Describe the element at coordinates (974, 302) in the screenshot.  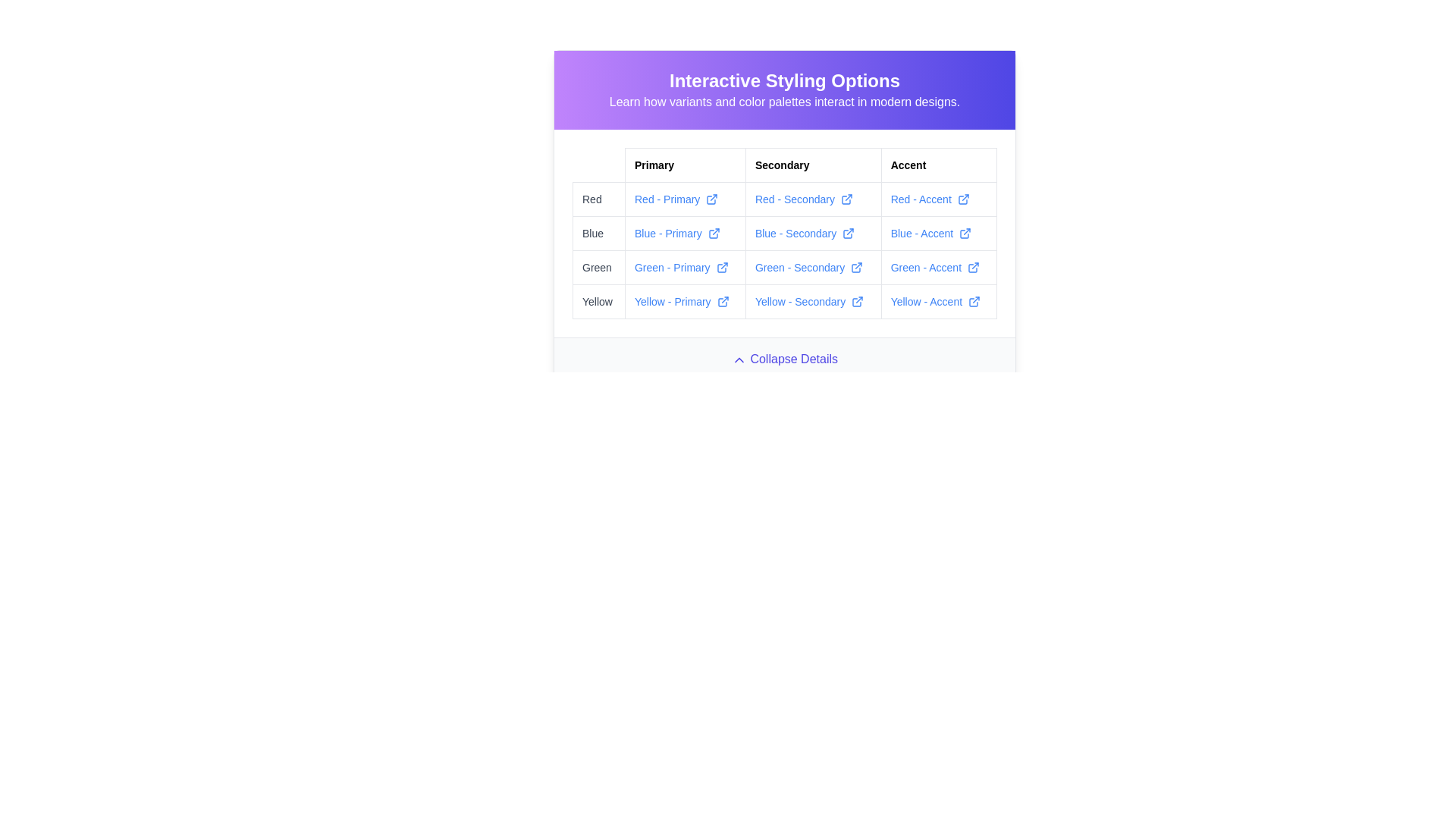
I see `the SVG icon located in the 'Accent' column of the table, specifically in the 'Yellow' row` at that location.